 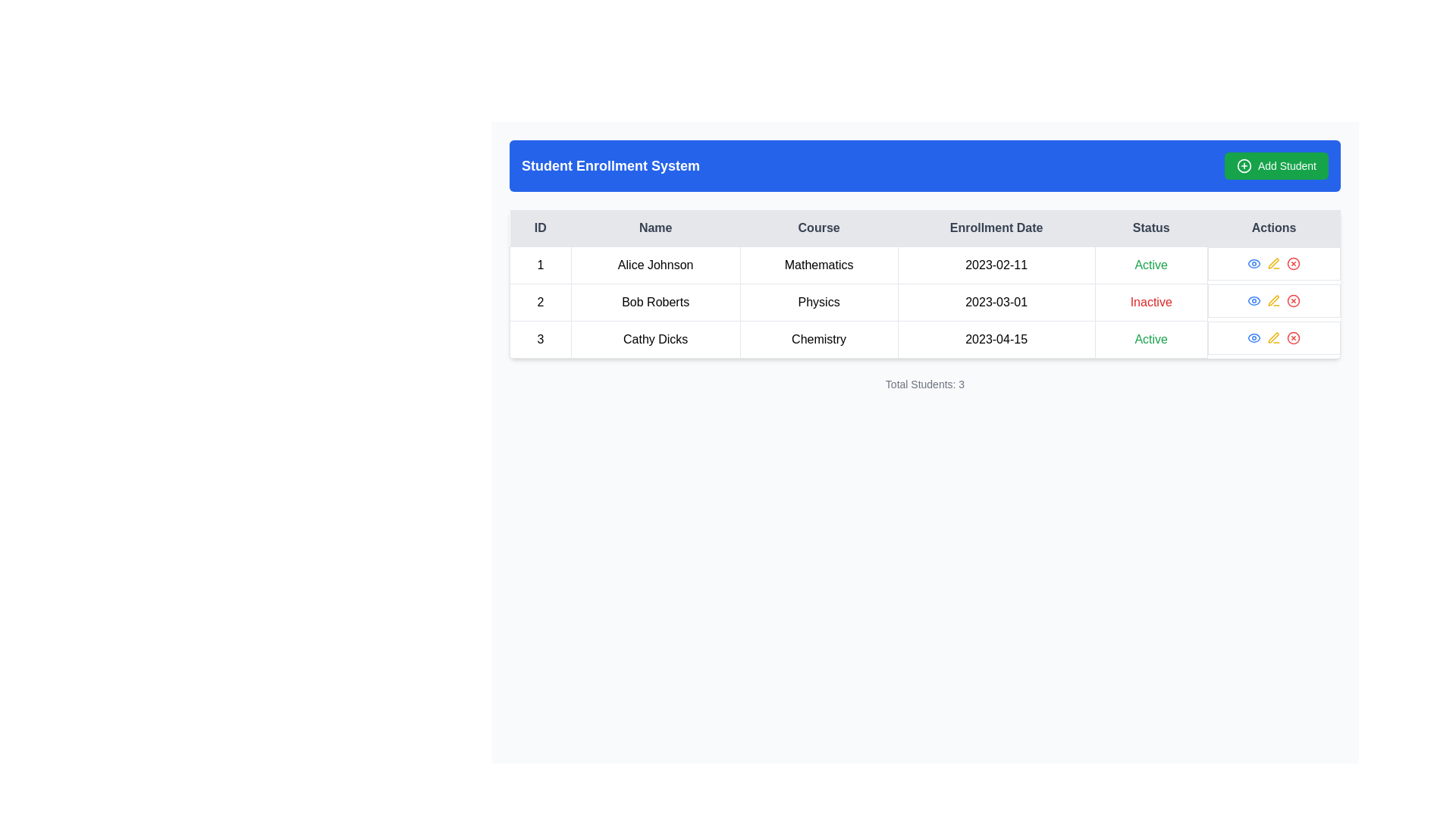 What do you see at coordinates (1276, 166) in the screenshot?
I see `the button with an icon and text that adds a new student to the system, located at the far-right of the blue header titled 'Student Enrollment System'` at bounding box center [1276, 166].